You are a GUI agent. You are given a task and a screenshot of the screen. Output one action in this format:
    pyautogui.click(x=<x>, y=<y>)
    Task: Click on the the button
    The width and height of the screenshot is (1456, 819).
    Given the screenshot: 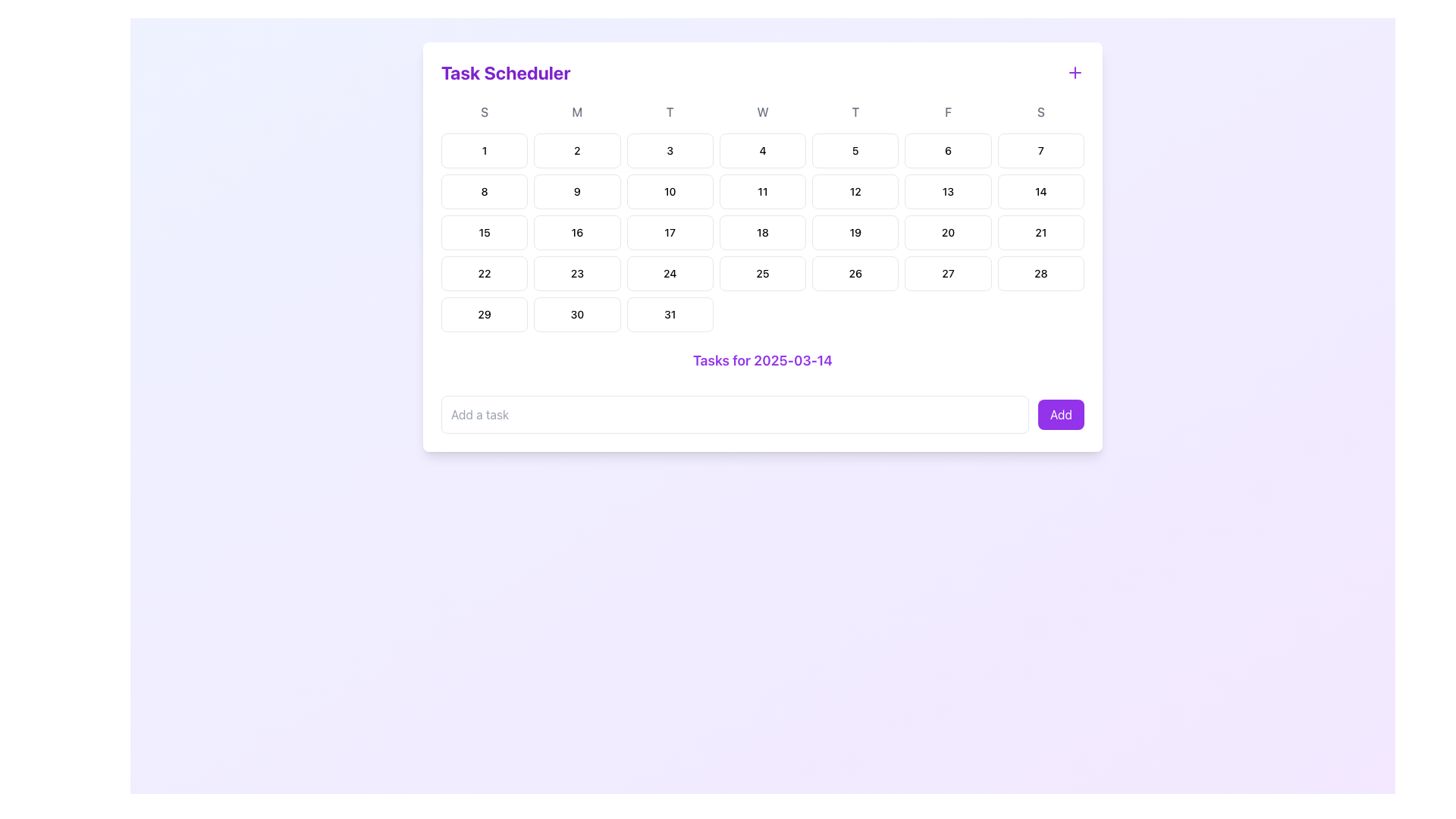 What is the action you would take?
    pyautogui.click(x=576, y=233)
    